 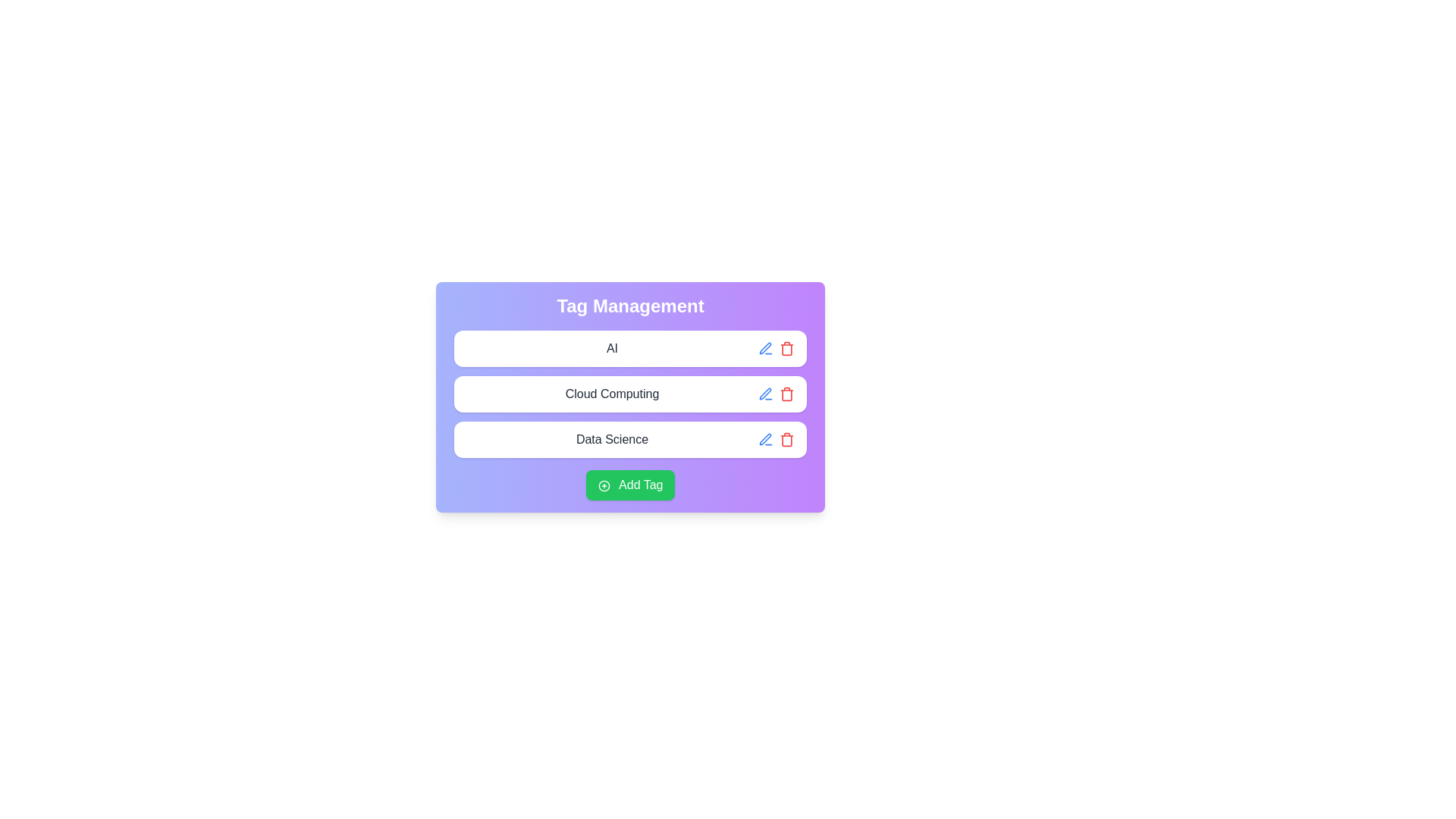 What do you see at coordinates (786, 439) in the screenshot?
I see `the delete icon button for the 'Data Science' tag located on the right side of the last row in the 'Tag Management' block to observe its style change` at bounding box center [786, 439].